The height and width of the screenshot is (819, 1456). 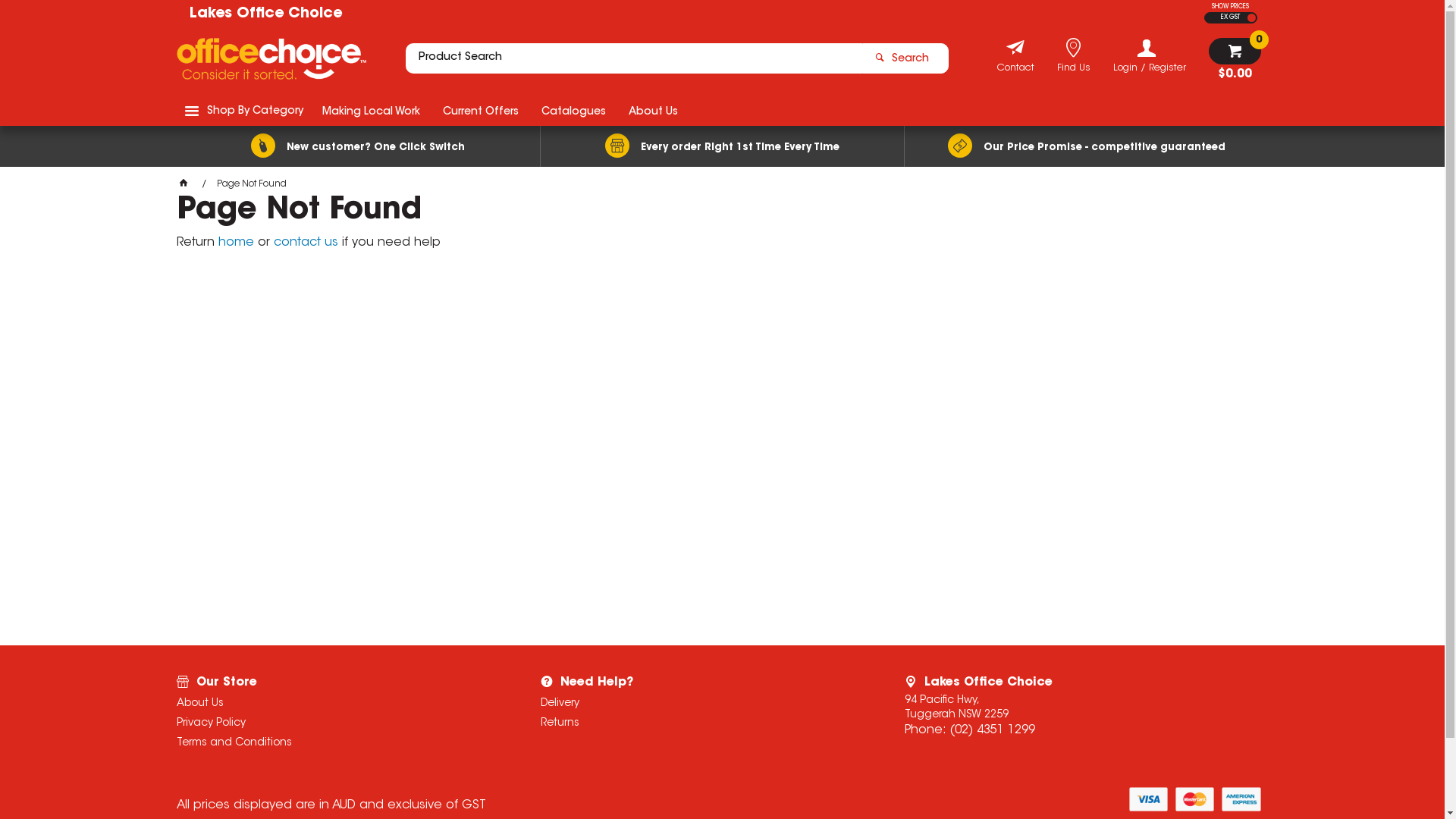 I want to click on 'home', so click(x=218, y=242).